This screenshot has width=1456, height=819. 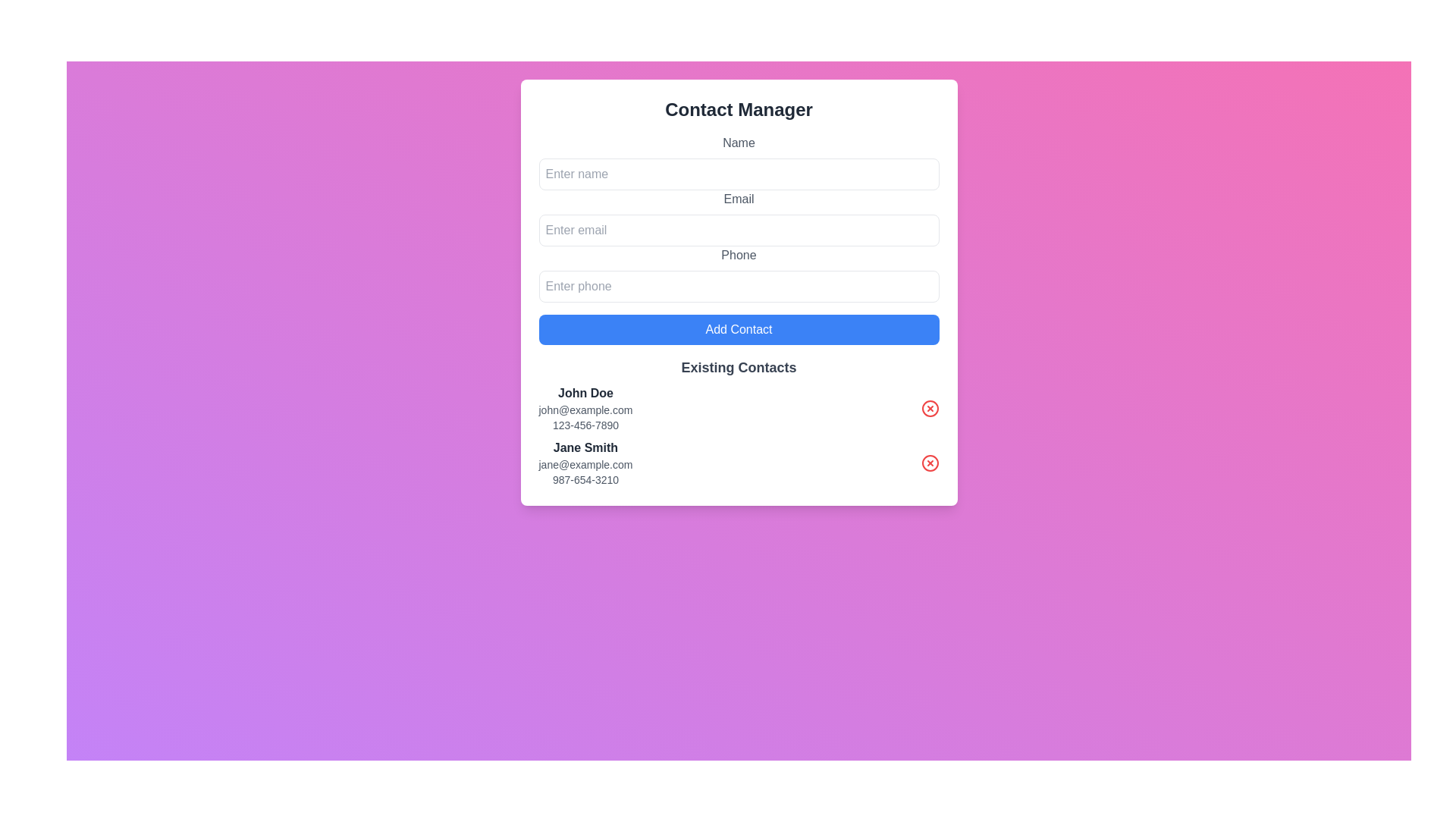 What do you see at coordinates (739, 254) in the screenshot?
I see `the text label displaying 'Phone' in dark gray color, positioned above the phone input field` at bounding box center [739, 254].